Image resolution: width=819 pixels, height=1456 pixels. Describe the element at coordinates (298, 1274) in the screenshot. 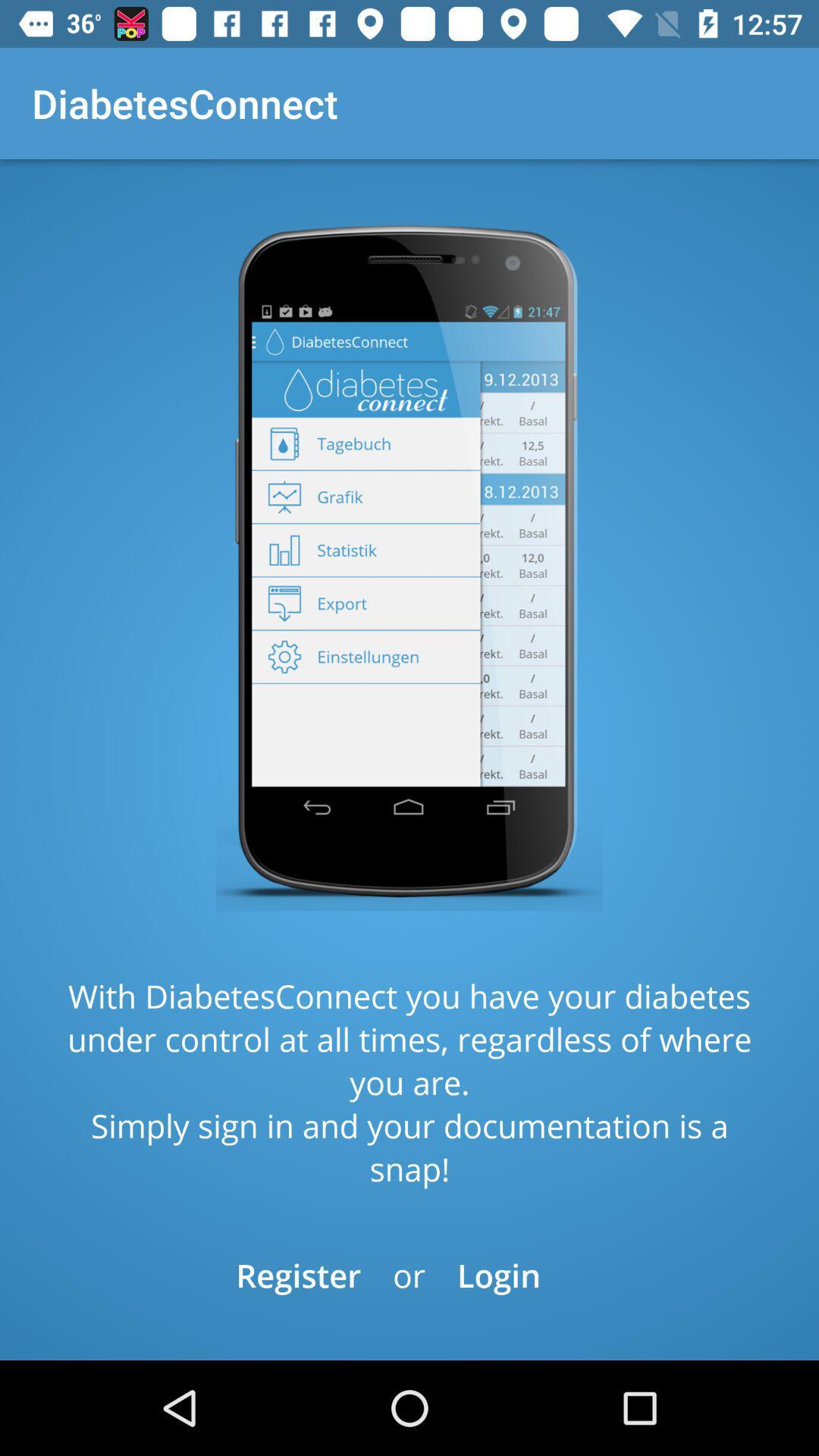

I see `the item next to the or` at that location.